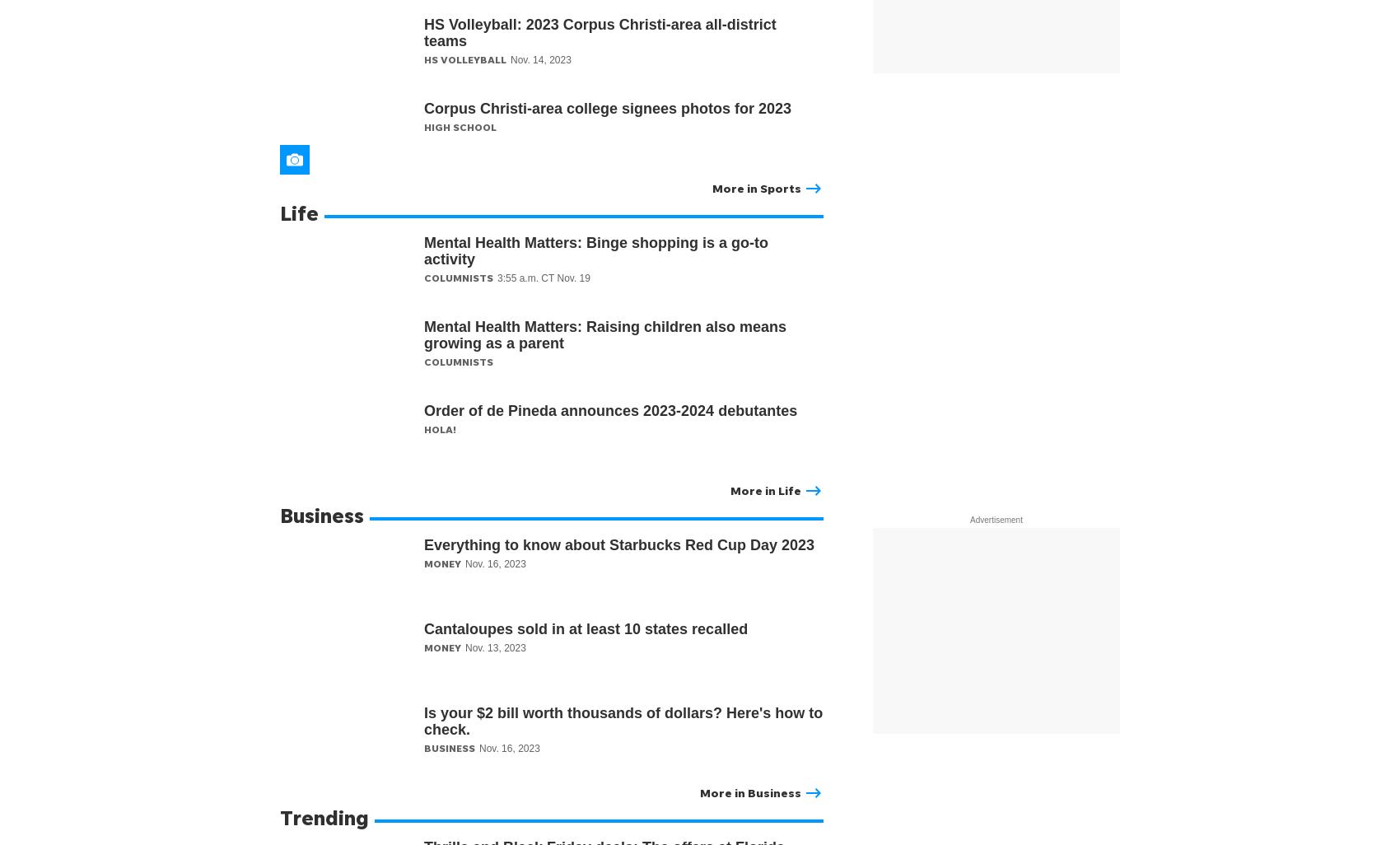  Describe the element at coordinates (766, 489) in the screenshot. I see `'More in Life'` at that location.